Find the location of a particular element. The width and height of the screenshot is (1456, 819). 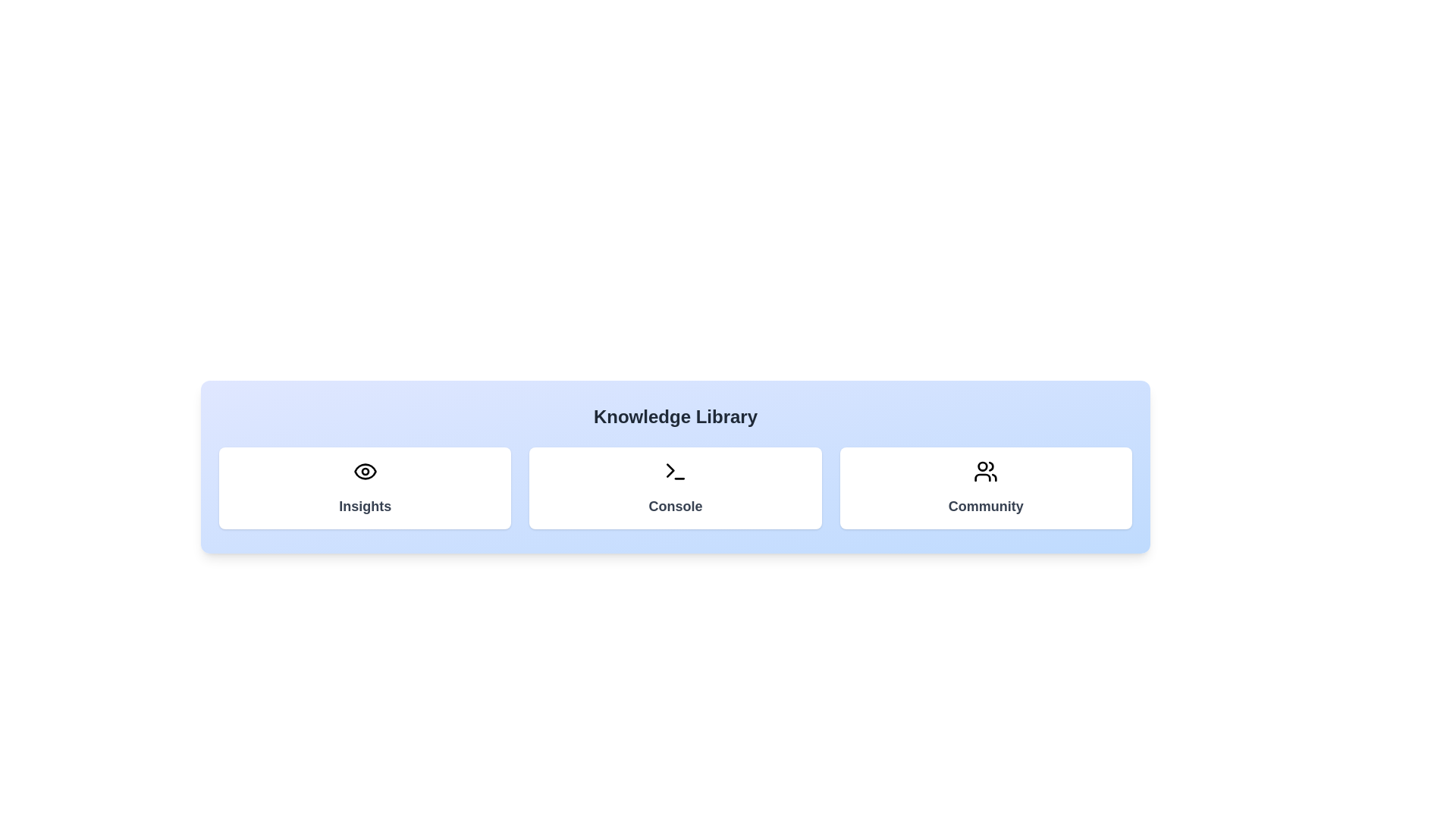

the chevron arrow icon located in the middle box labeled 'Console' under the Knowledge Library section, which is positioned to the left of a horizontal line segment is located at coordinates (670, 469).